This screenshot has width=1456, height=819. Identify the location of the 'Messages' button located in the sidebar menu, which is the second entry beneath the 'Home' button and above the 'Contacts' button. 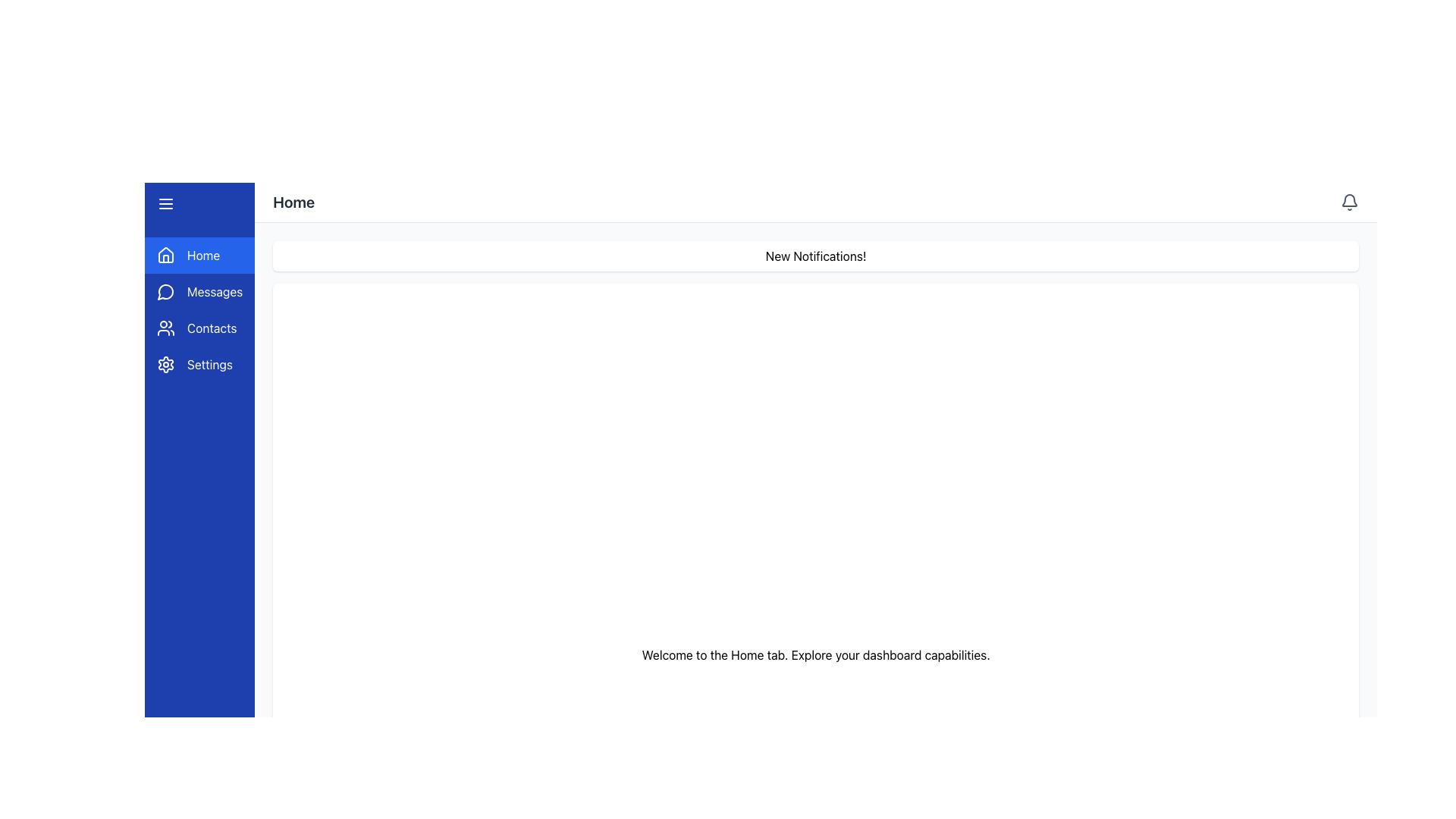
(199, 292).